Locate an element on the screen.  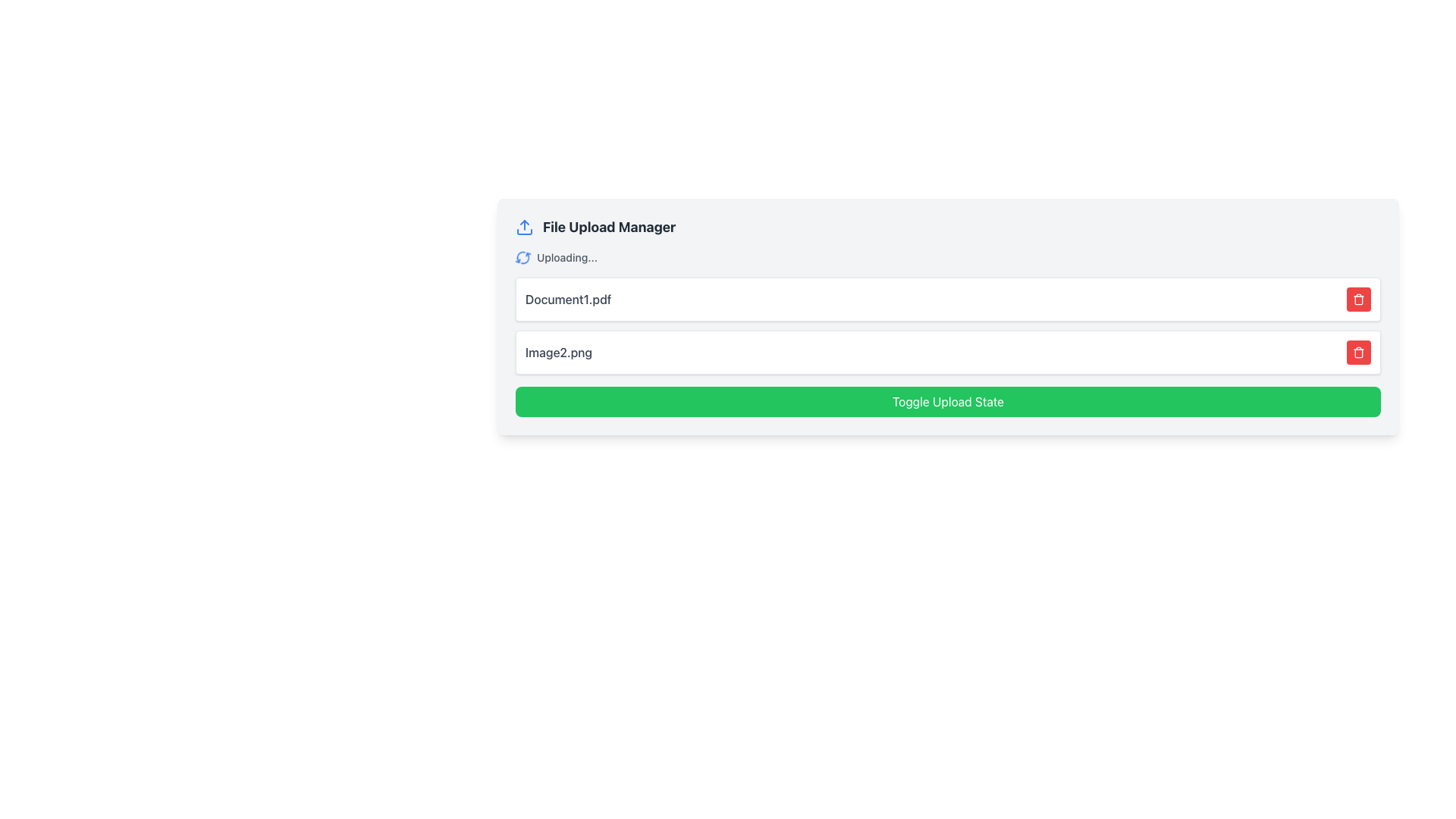
the first File list item labeled 'Document1.pdf' is located at coordinates (947, 299).